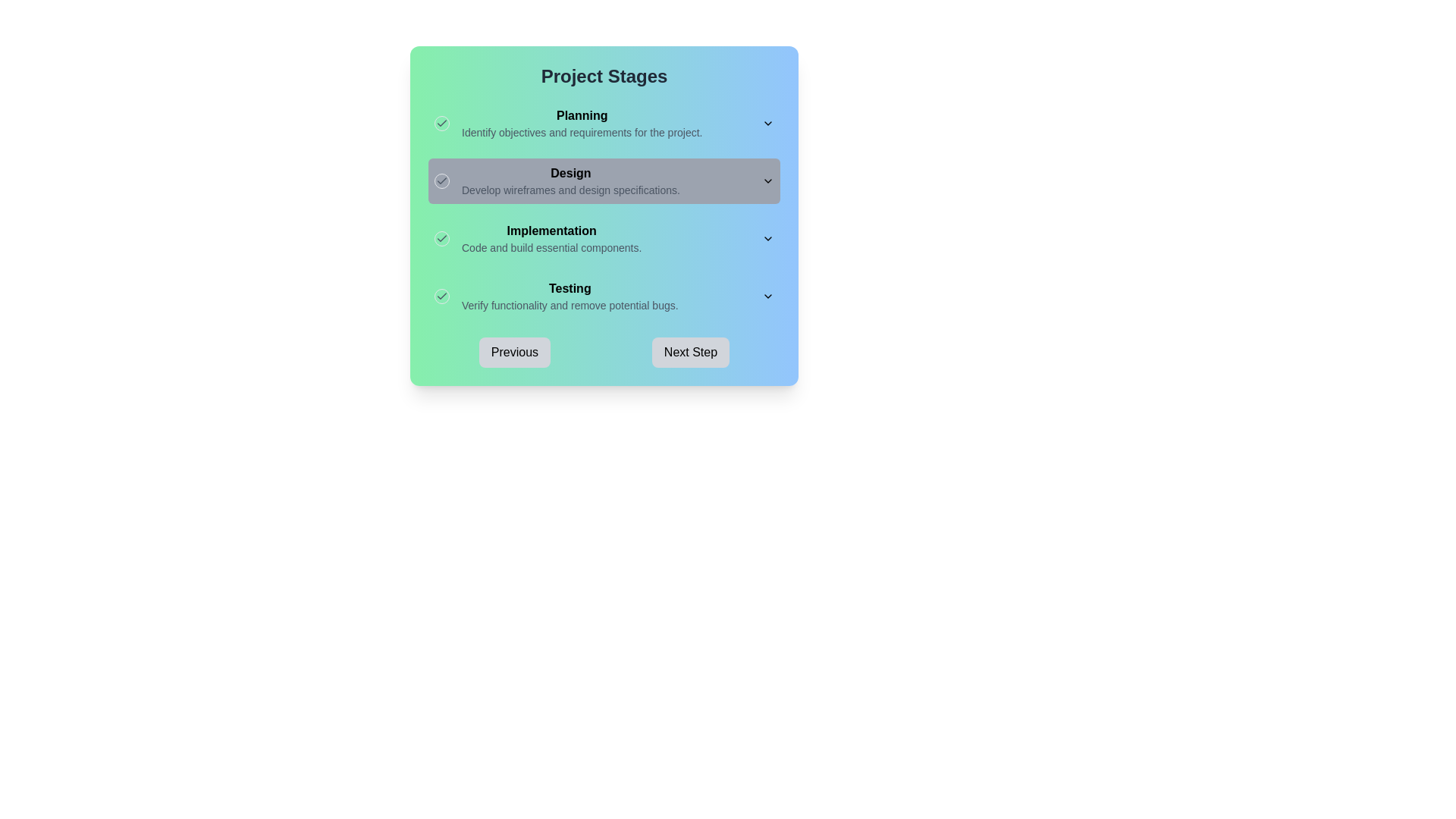 The width and height of the screenshot is (1456, 819). I want to click on the dropdown toggle button, which is a small down arrow icon located to the far right of the text 'Testing', so click(767, 296).